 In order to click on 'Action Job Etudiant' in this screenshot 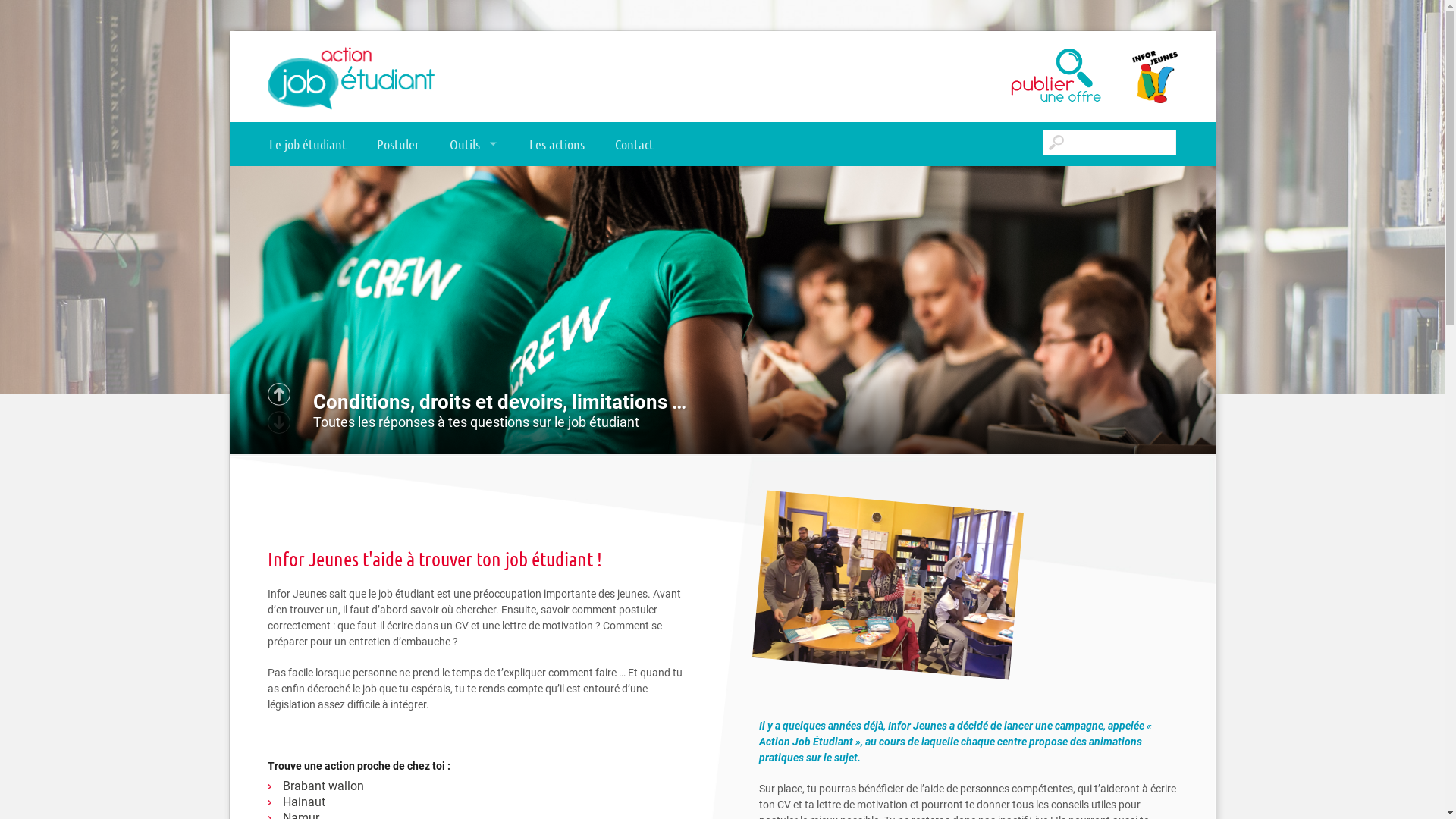, I will do `click(349, 76)`.